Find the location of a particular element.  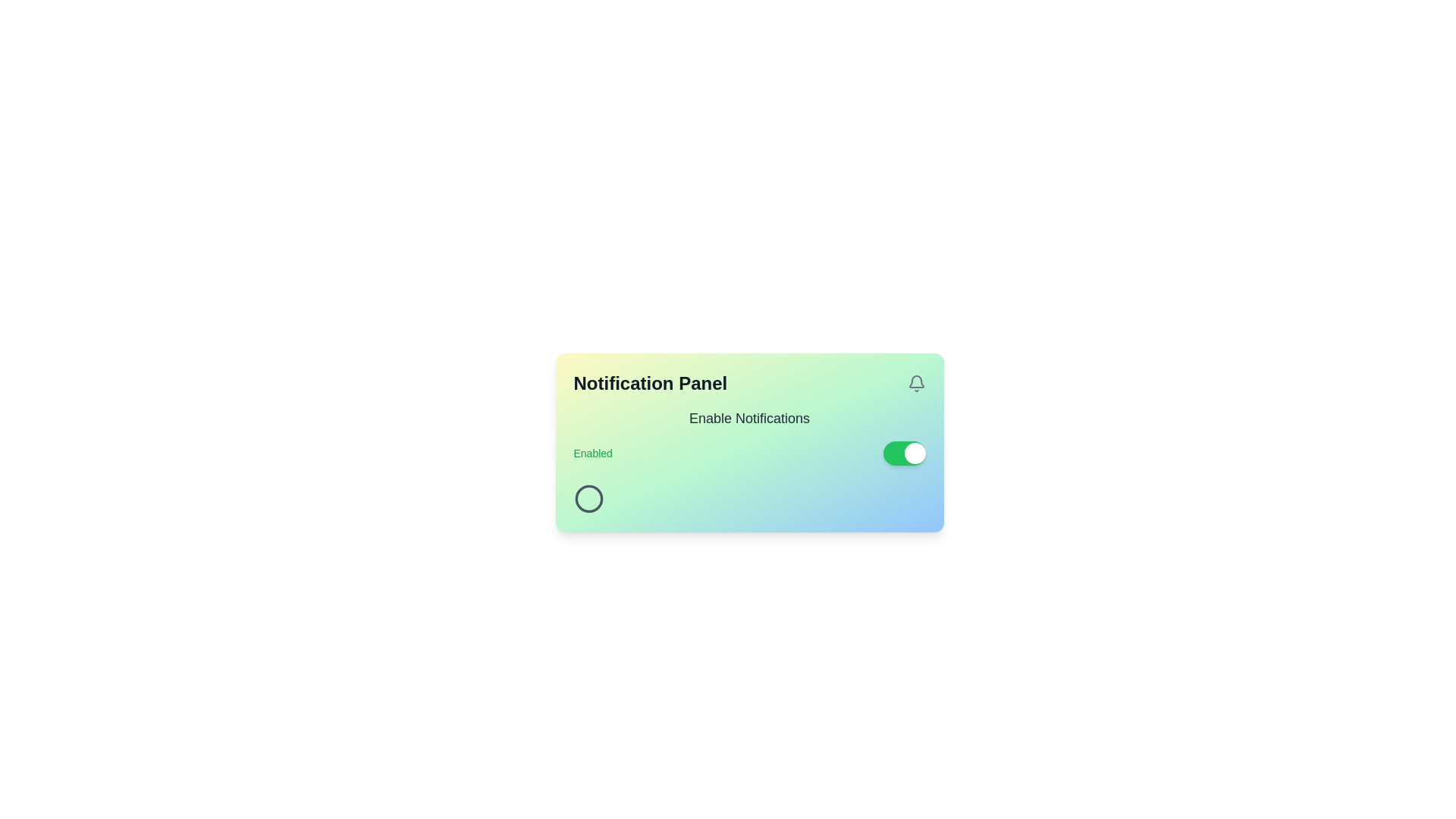

the symbolic marker icon located in the bottom-left section of the 'Notification Panel' card, near the text 'Enabled' is located at coordinates (588, 499).